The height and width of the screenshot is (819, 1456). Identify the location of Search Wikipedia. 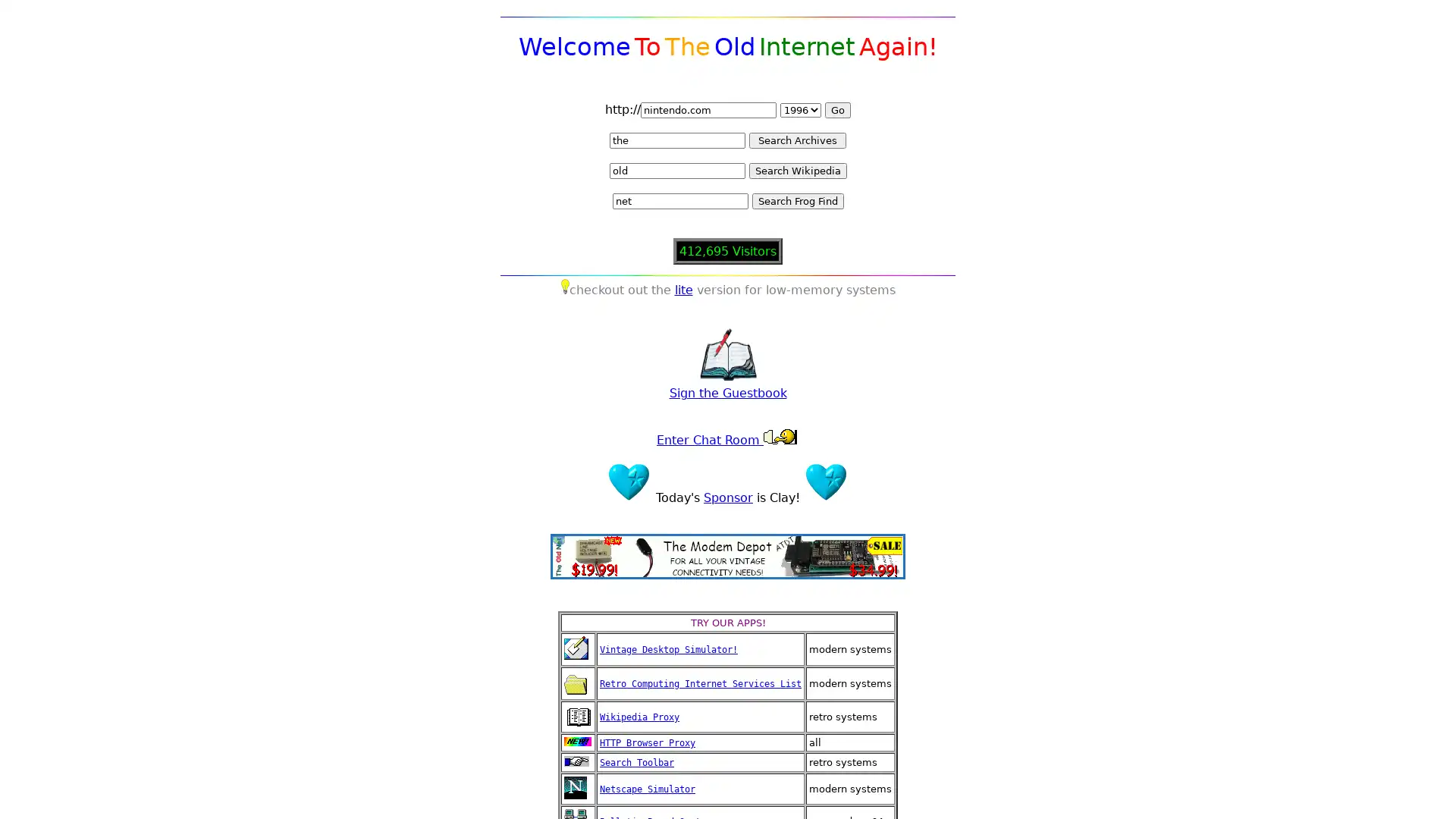
(796, 171).